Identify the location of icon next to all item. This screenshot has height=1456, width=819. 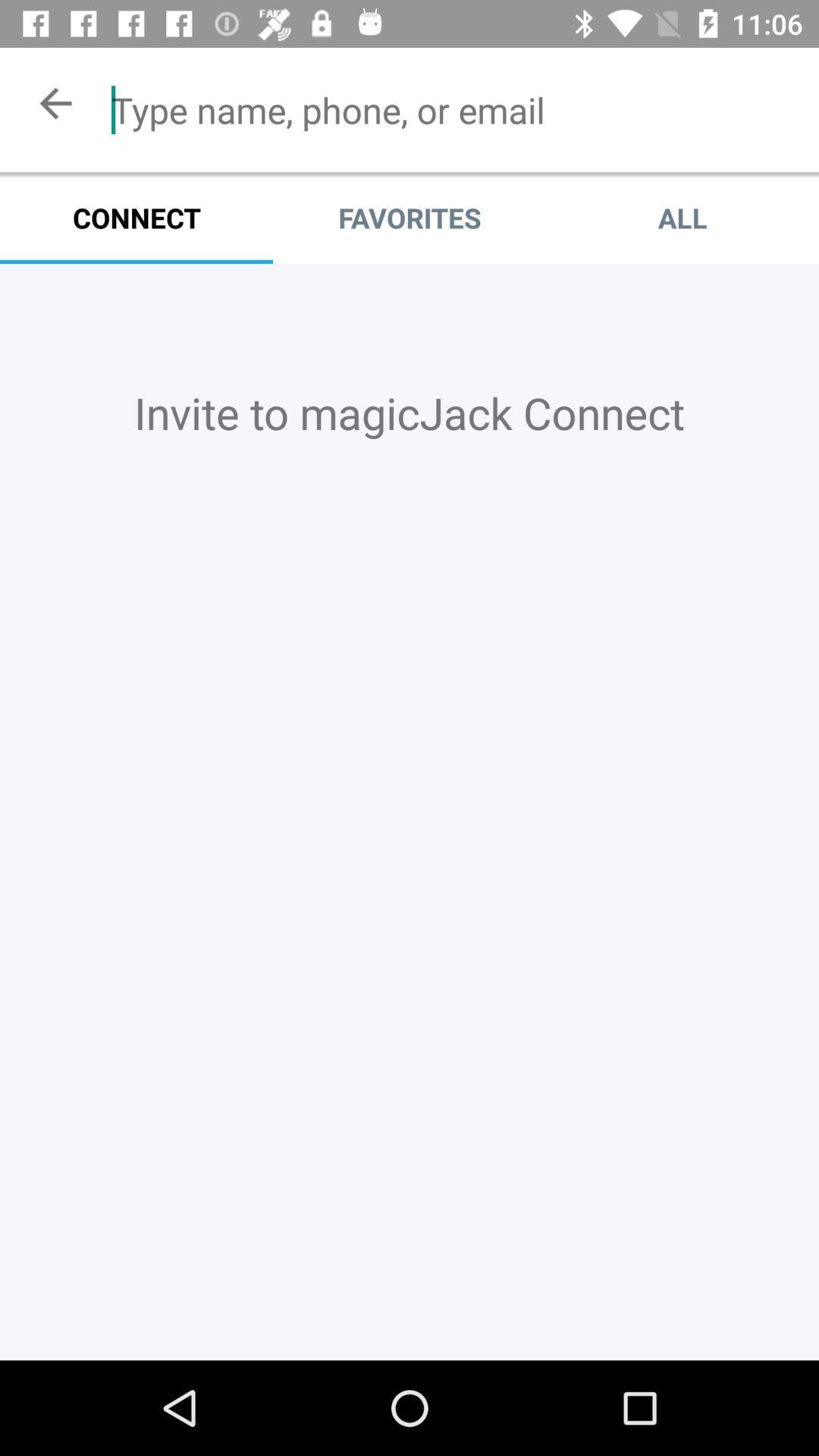
(409, 217).